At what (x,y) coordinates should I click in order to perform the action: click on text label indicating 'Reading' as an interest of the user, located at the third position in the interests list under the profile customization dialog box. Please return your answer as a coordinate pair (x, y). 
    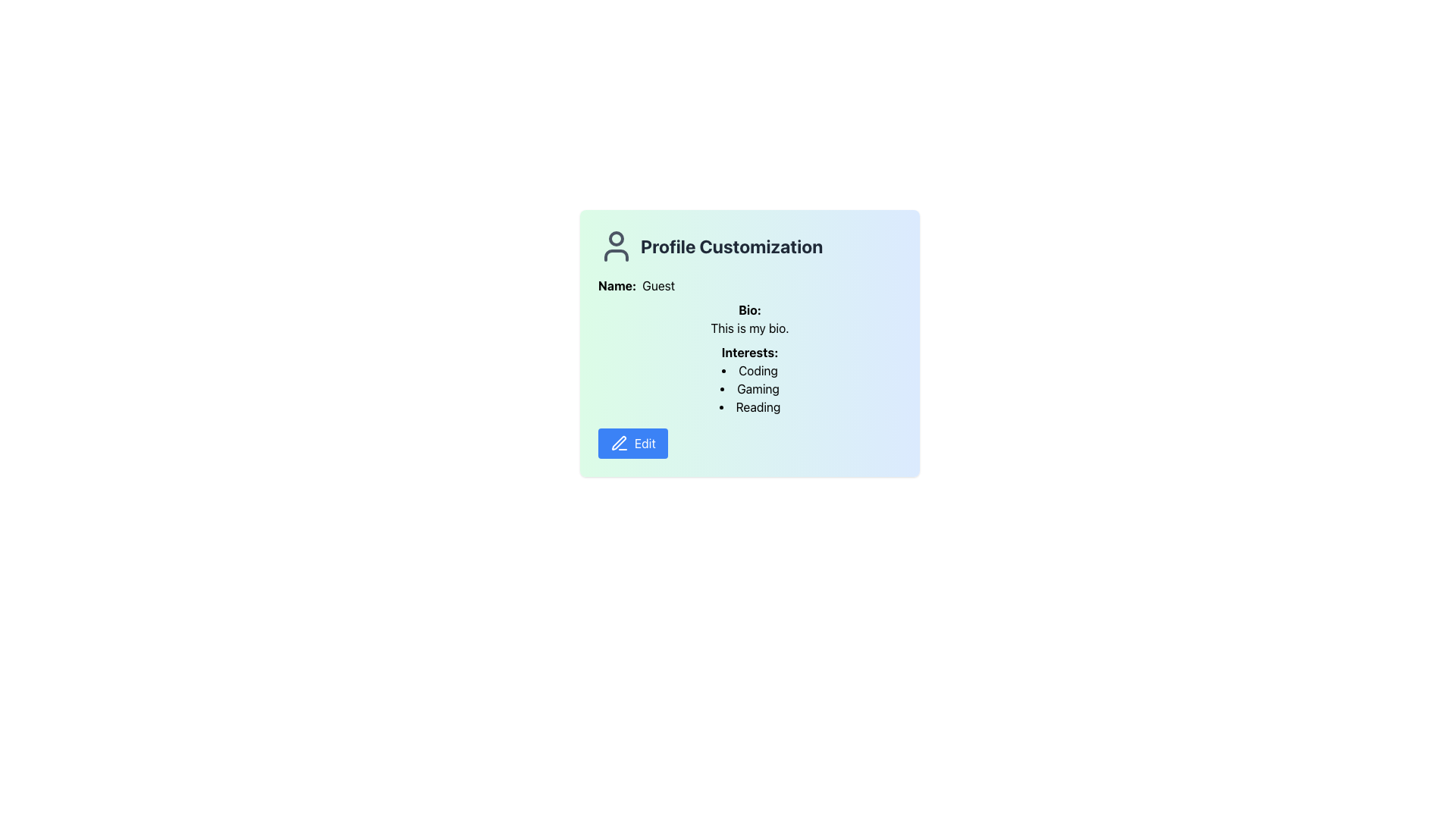
    Looking at the image, I should click on (749, 406).